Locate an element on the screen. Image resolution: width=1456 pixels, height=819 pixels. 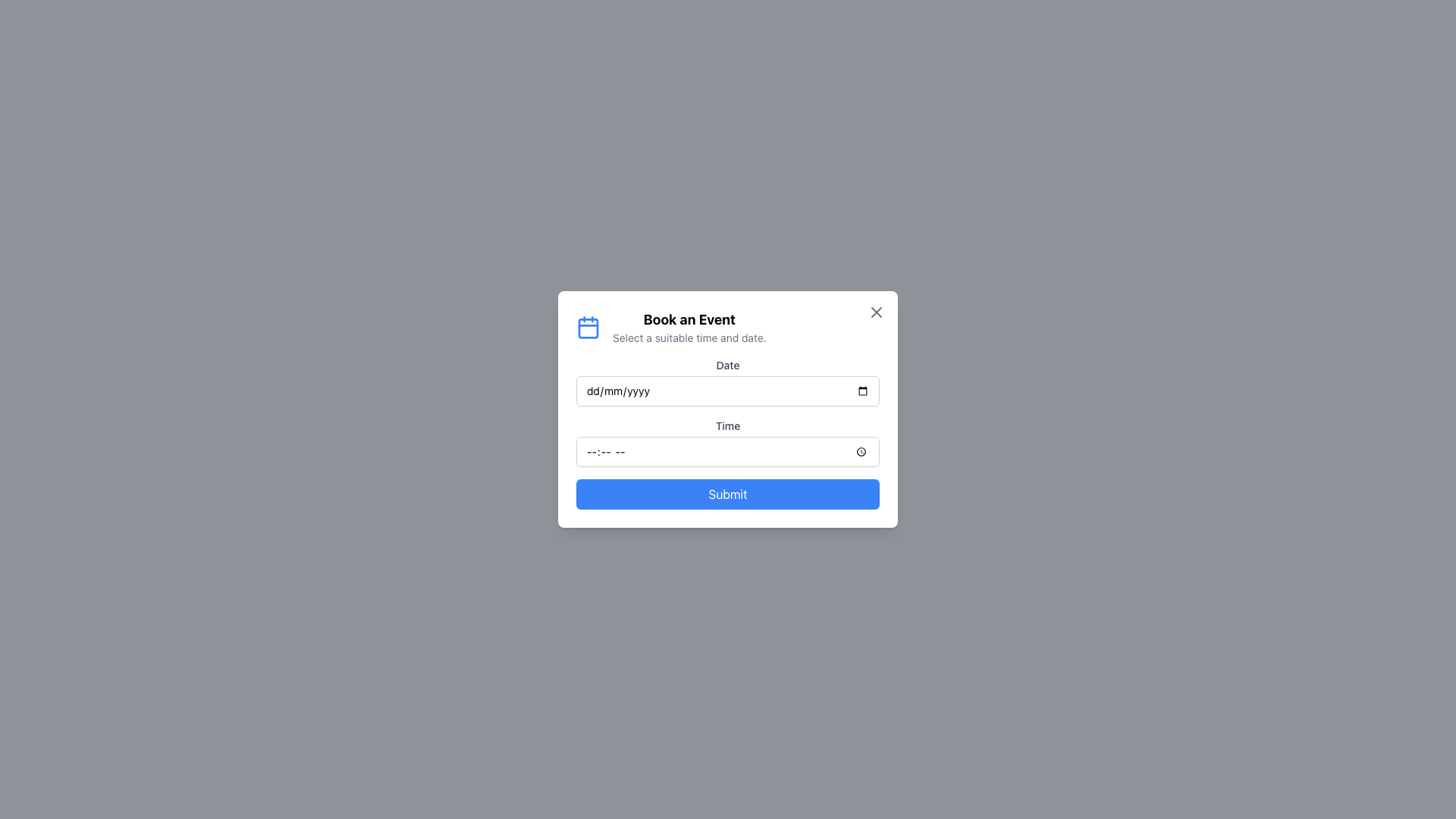
text of the header label that signifies the primary purpose of the modal interface for booking an event is located at coordinates (689, 318).